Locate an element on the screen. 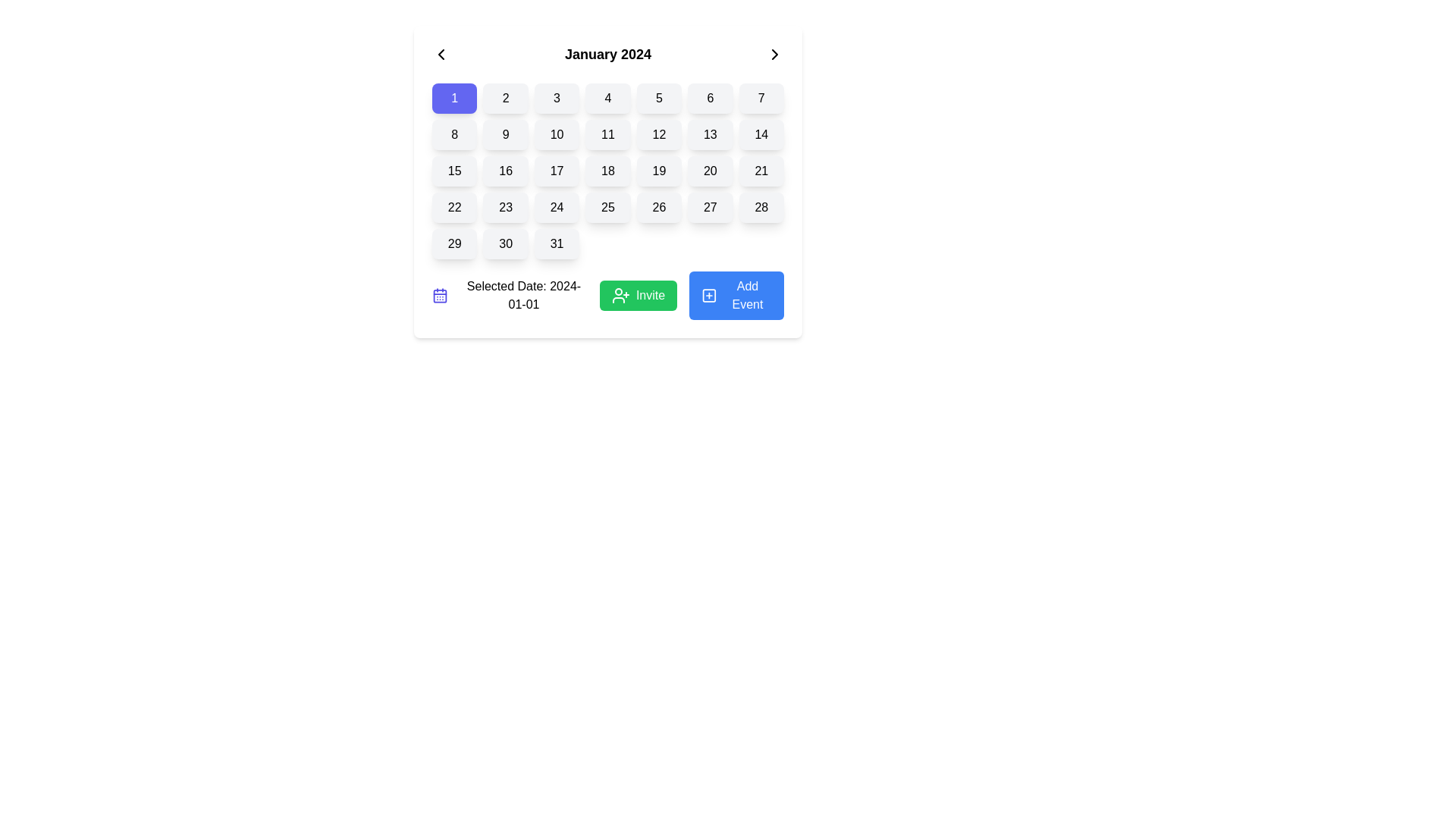  the Calendar Day Cell representing the 17th day is located at coordinates (556, 171).